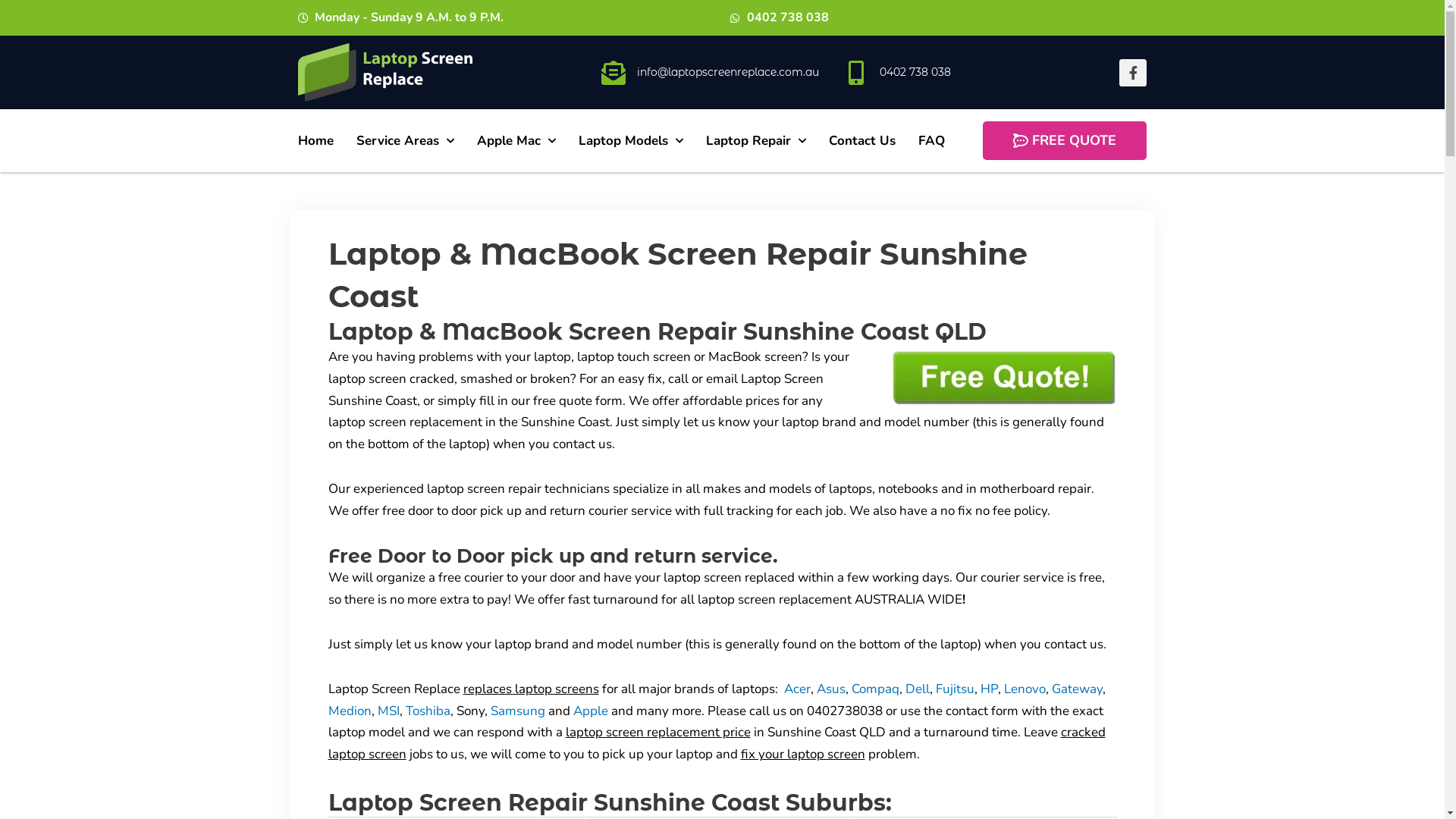 The width and height of the screenshot is (1456, 819). I want to click on 'Fujitsu', so click(954, 689).